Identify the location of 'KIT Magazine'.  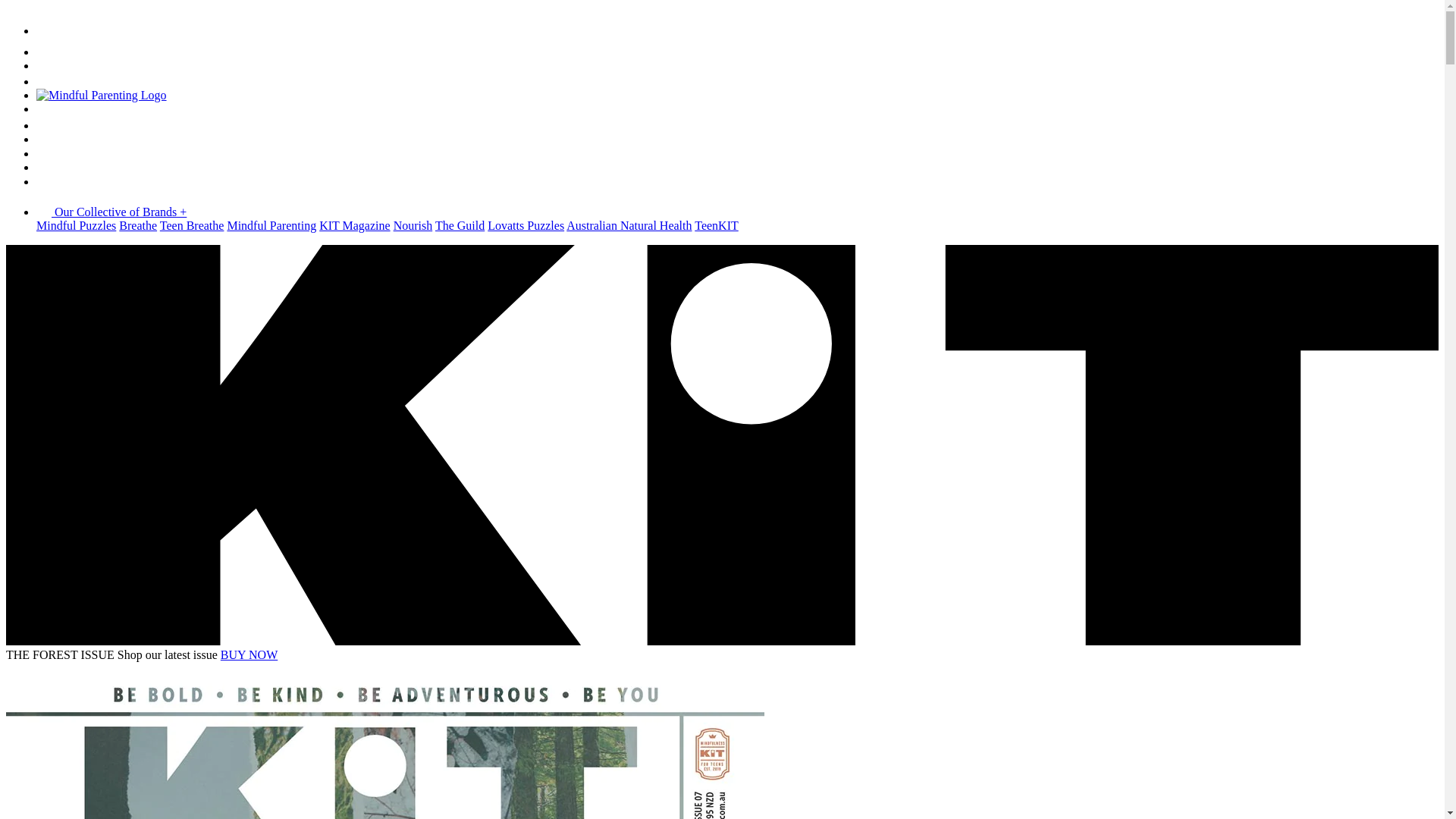
(318, 225).